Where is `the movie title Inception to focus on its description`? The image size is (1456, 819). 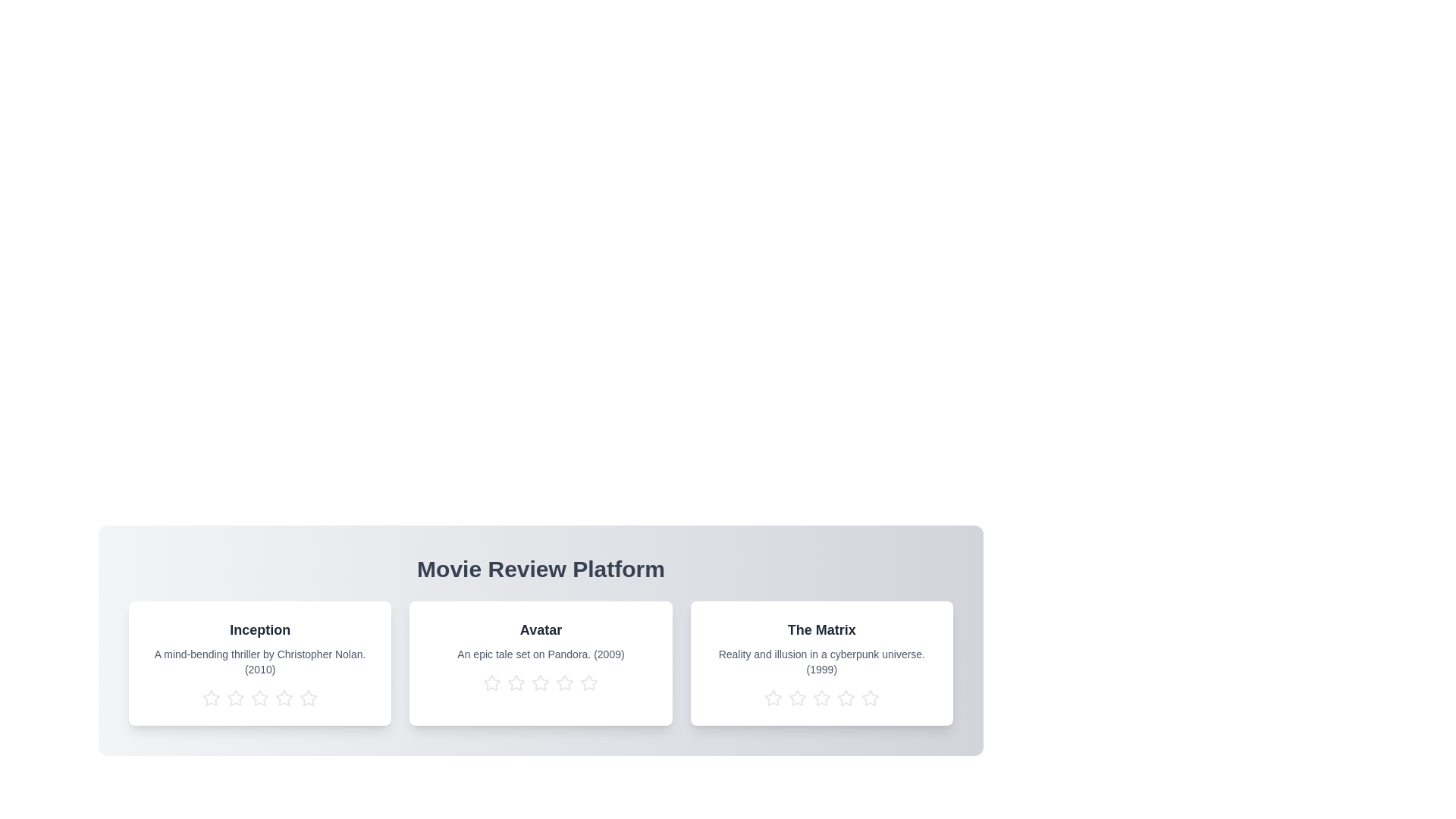
the movie title Inception to focus on its description is located at coordinates (259, 629).